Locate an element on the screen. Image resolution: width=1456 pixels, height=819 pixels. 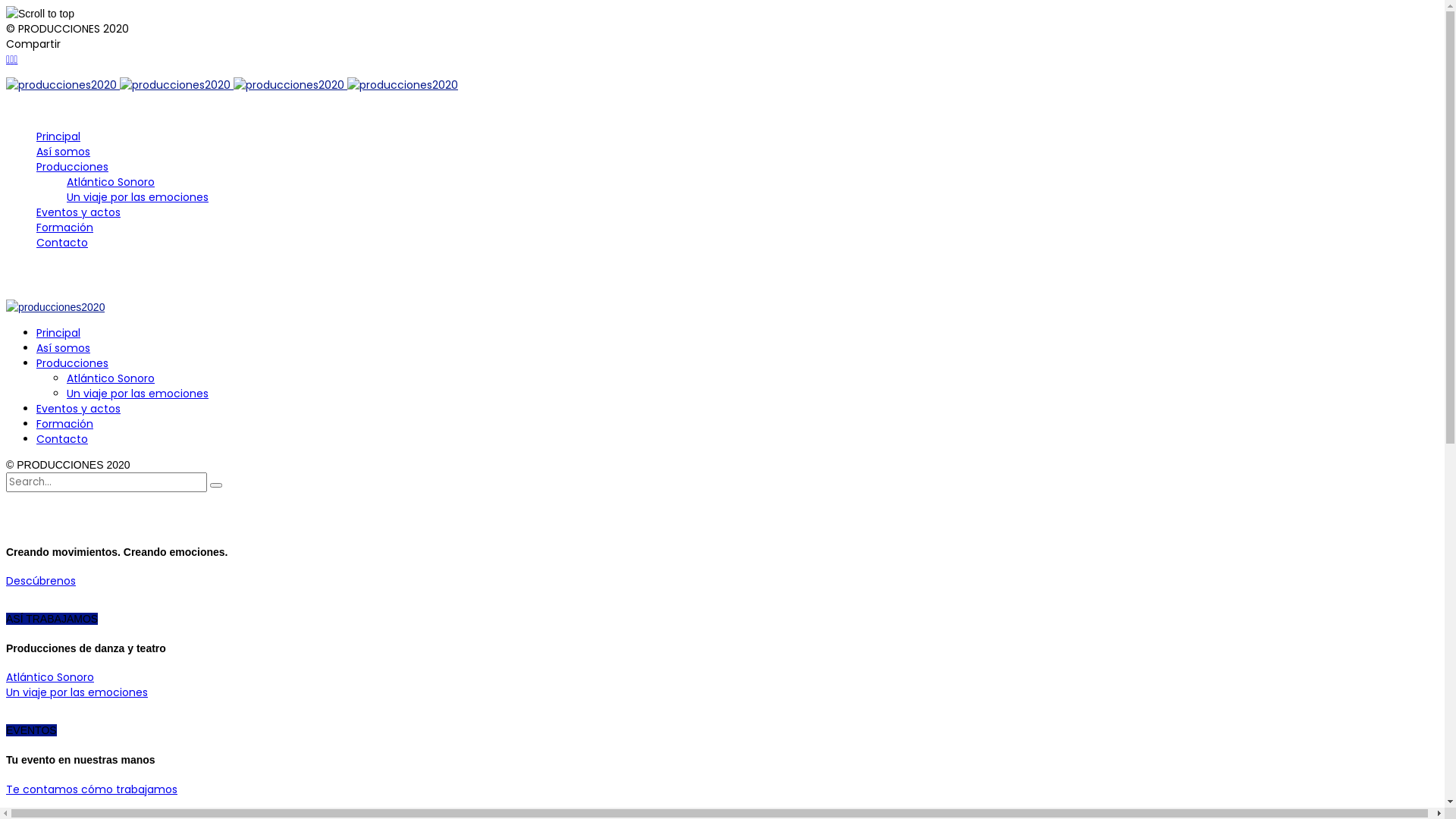
'Eventos y actos' is located at coordinates (77, 212).